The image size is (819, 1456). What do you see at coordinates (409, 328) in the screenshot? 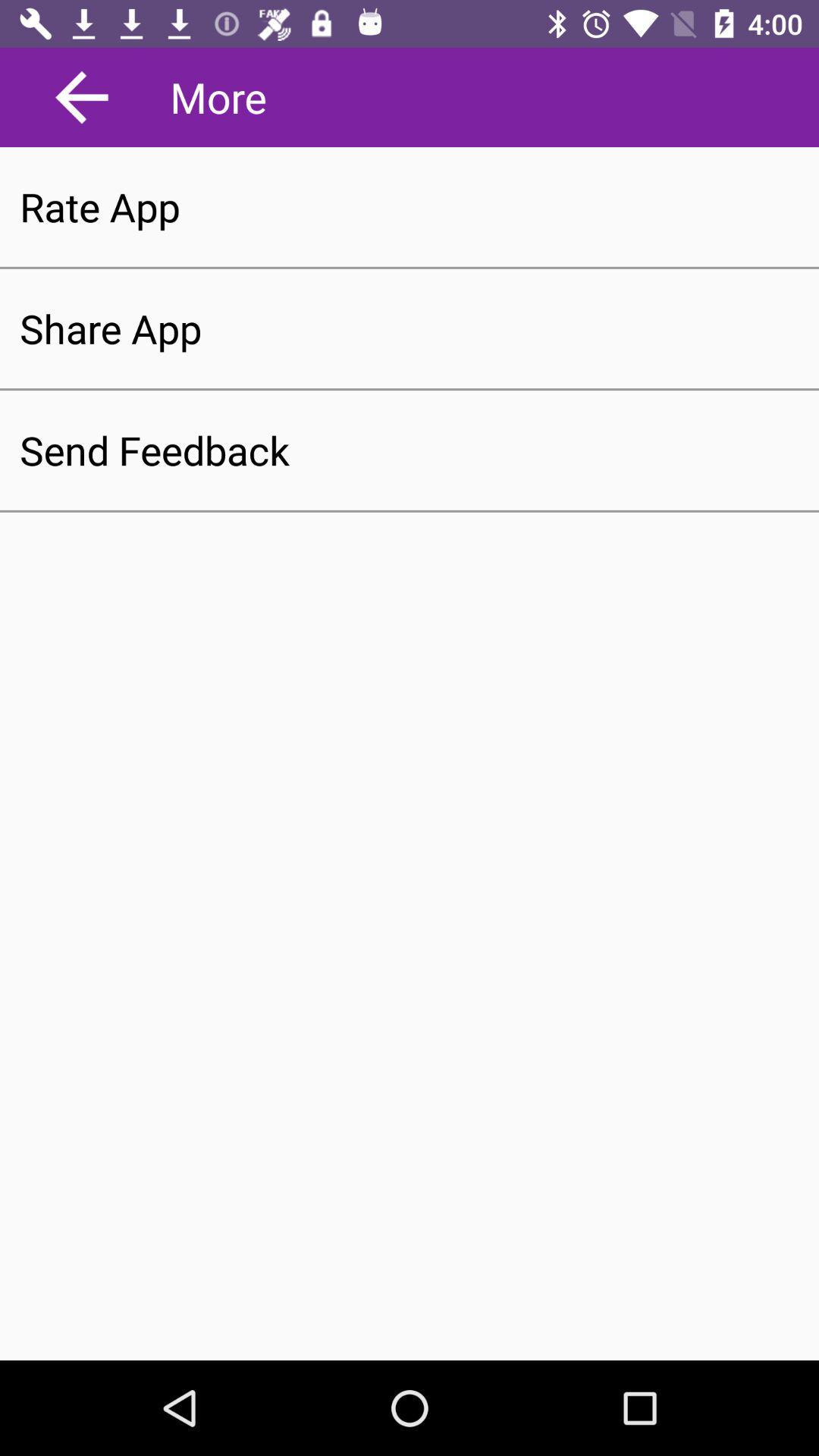
I see `share app` at bounding box center [409, 328].